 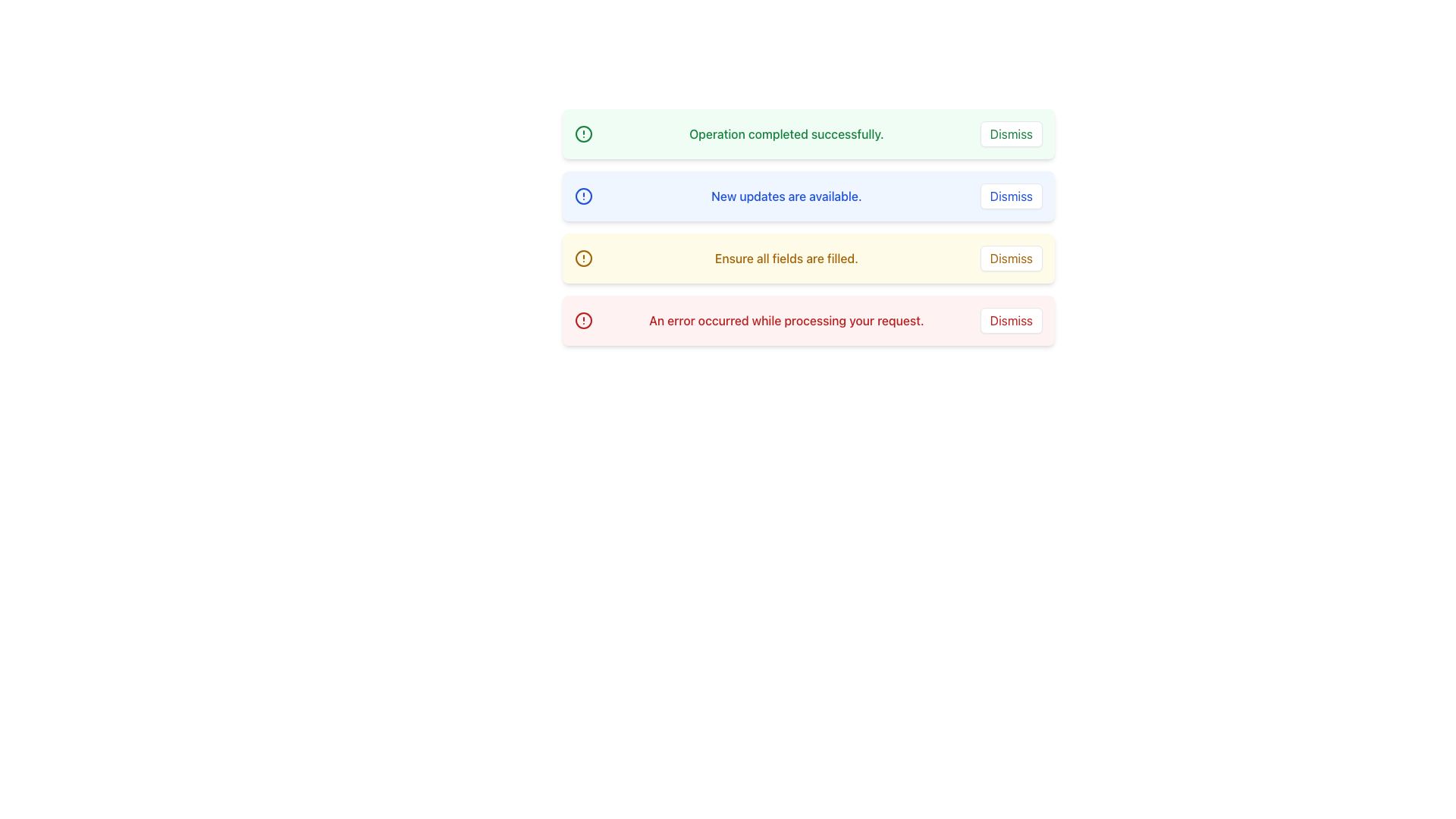 I want to click on the central circular SVG element in the light blue notification bar that indicates new updates are available, so click(x=582, y=195).